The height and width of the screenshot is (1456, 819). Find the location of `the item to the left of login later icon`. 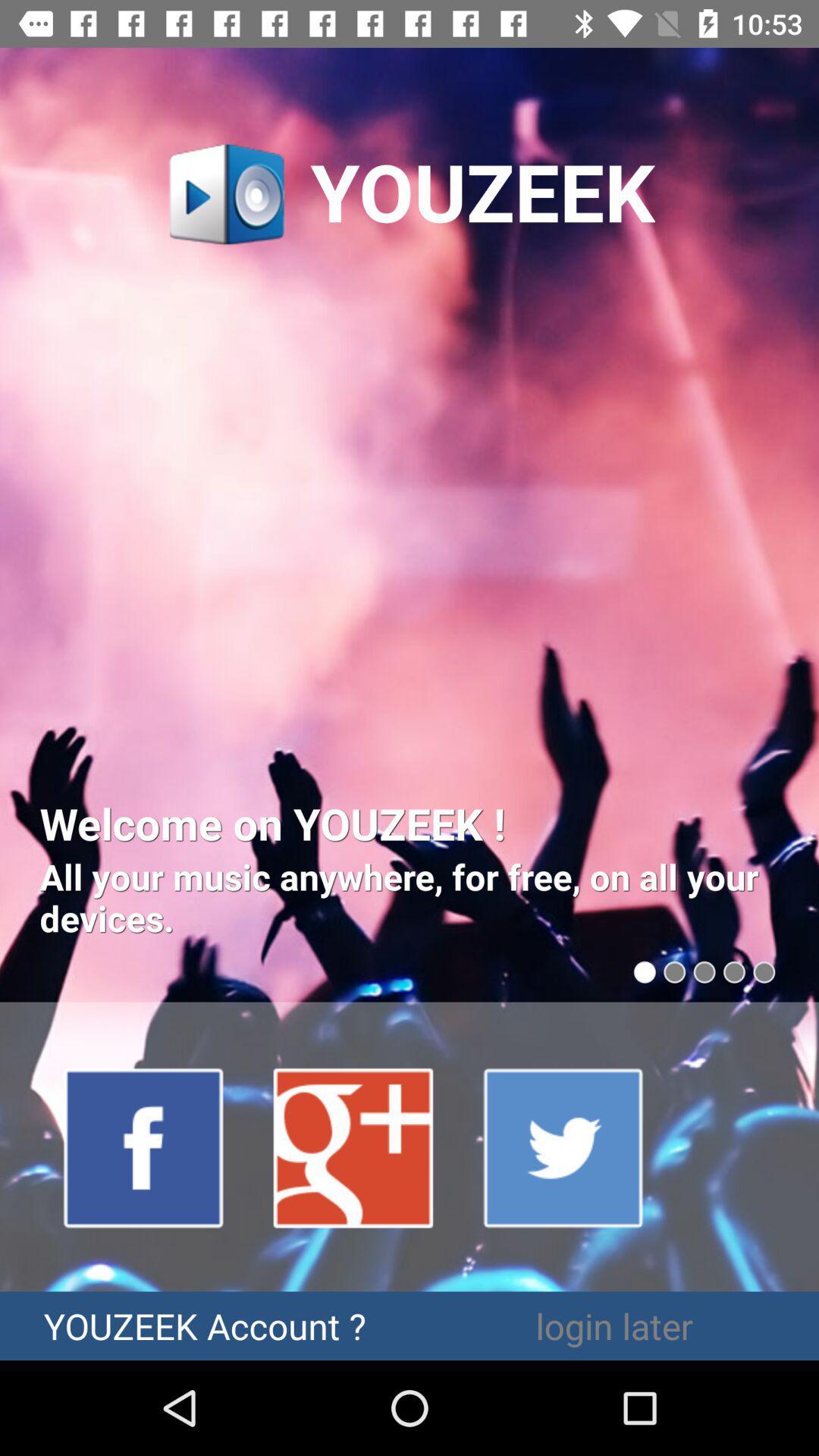

the item to the left of login later icon is located at coordinates (205, 1325).